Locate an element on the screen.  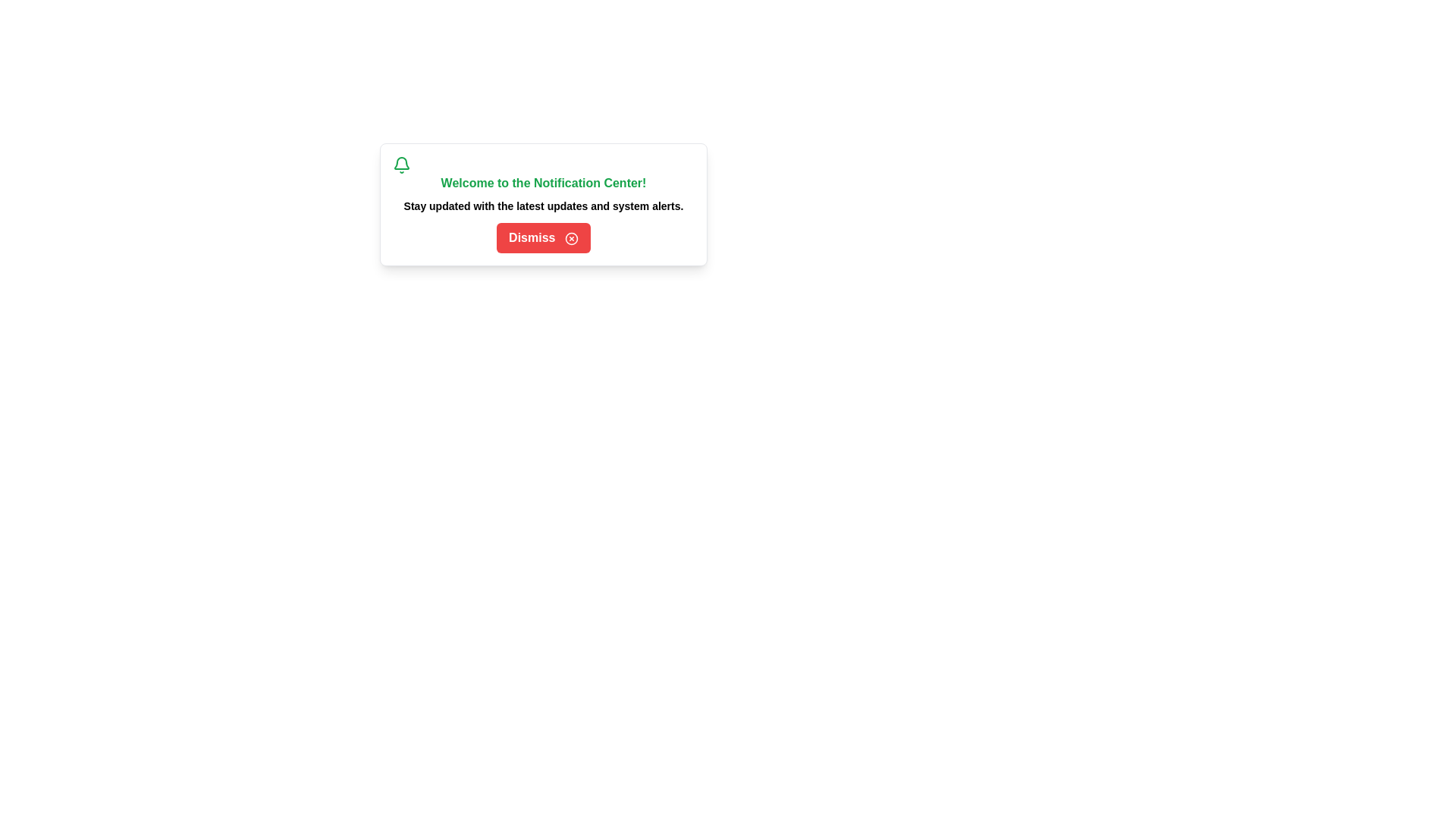
the notification bell icon to reveal hidden interactions is located at coordinates (401, 165).